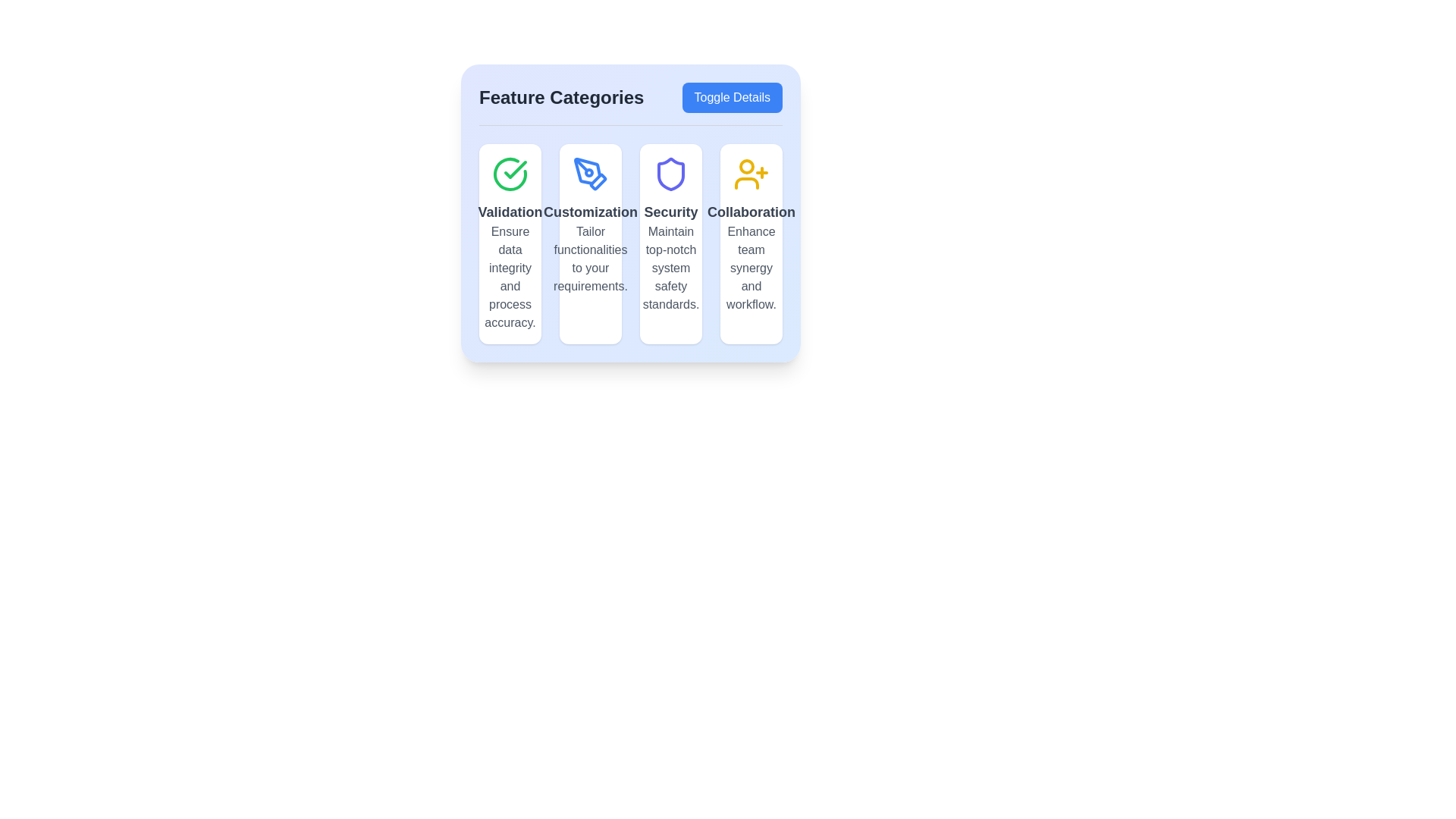 Image resolution: width=1456 pixels, height=819 pixels. What do you see at coordinates (751, 243) in the screenshot?
I see `description of the Informational Card that conveys information about collaboration benefits, which is the fourth card in a row of similar feature cards, aligned horizontally and positioned as the rightmost card in its row` at bounding box center [751, 243].